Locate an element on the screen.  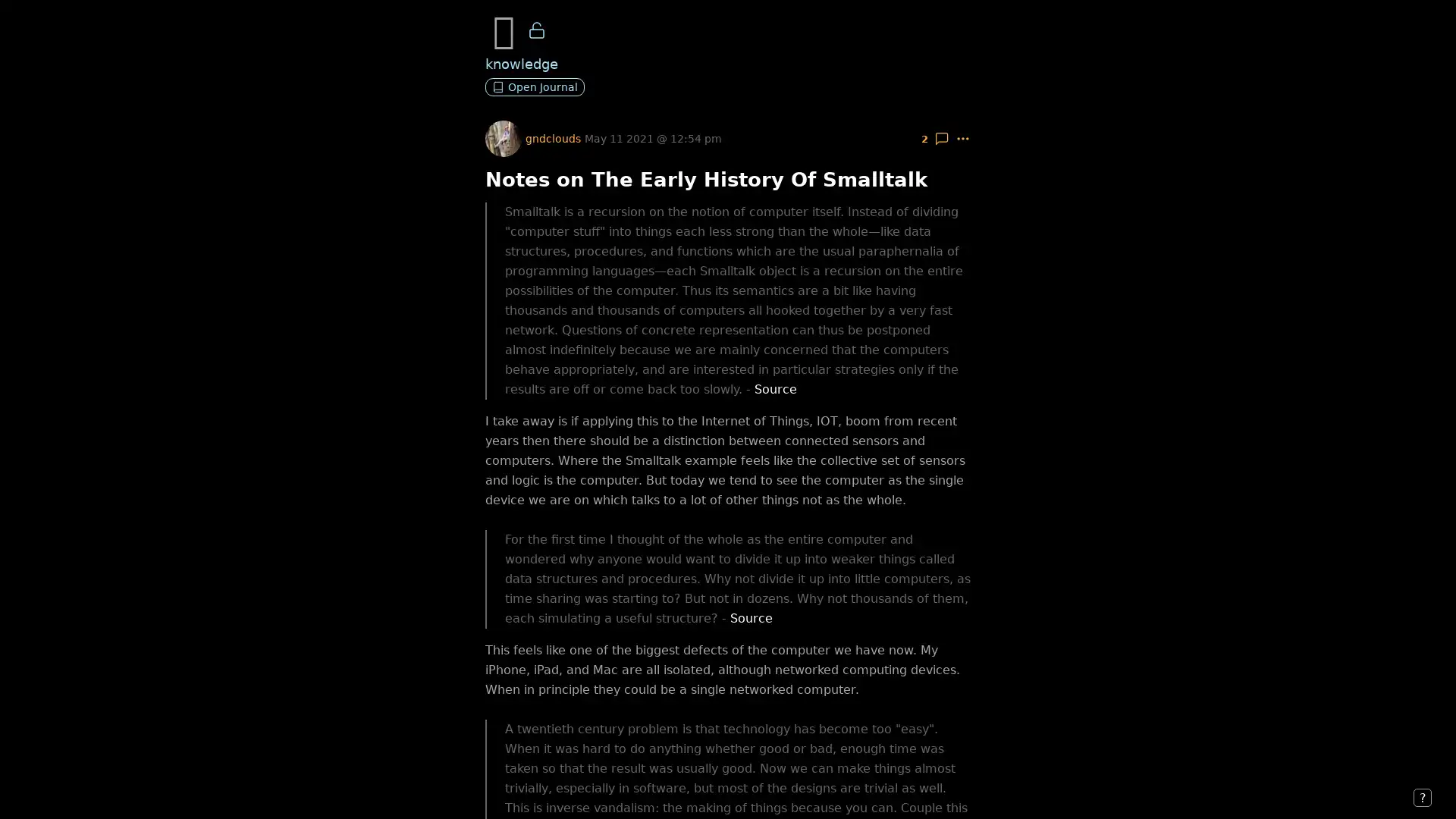
Open Journal is located at coordinates (535, 87).